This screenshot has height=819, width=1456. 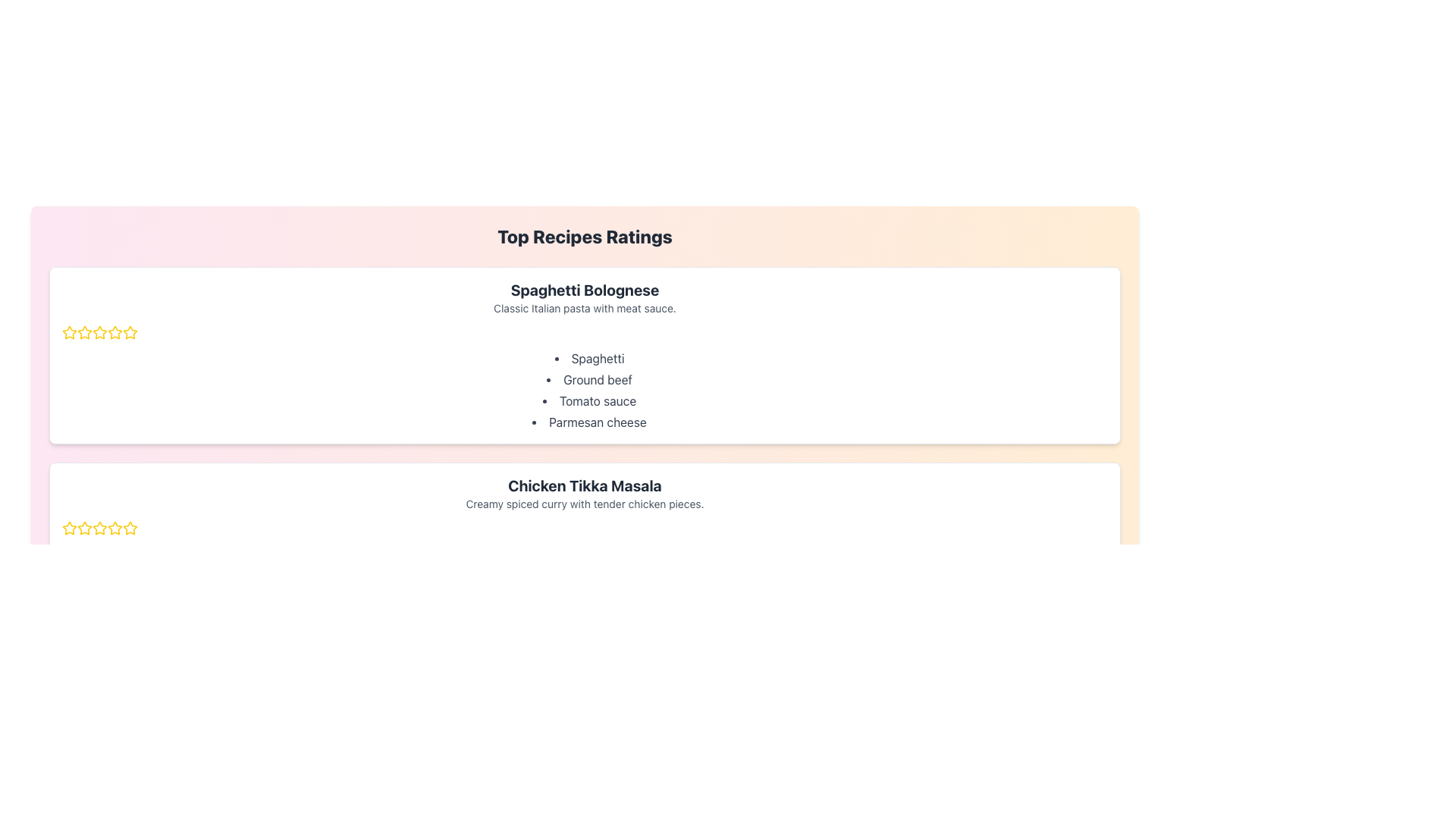 What do you see at coordinates (130, 528) in the screenshot?
I see `the fifth yellow star icon in the rating system under the 'Chicken Tikka Masala' section to set the rating to five` at bounding box center [130, 528].